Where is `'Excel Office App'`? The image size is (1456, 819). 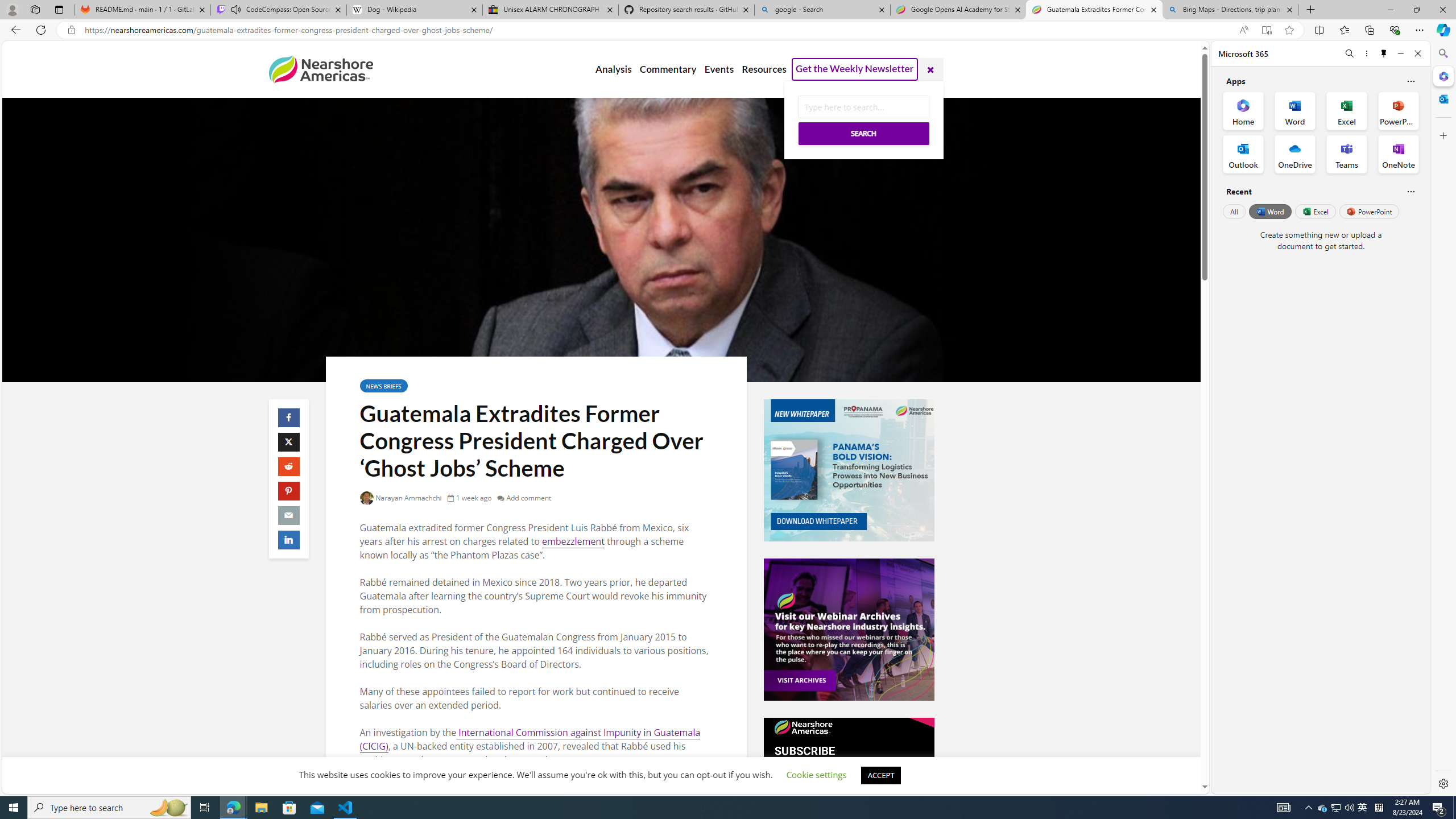 'Excel Office App' is located at coordinates (1347, 111).